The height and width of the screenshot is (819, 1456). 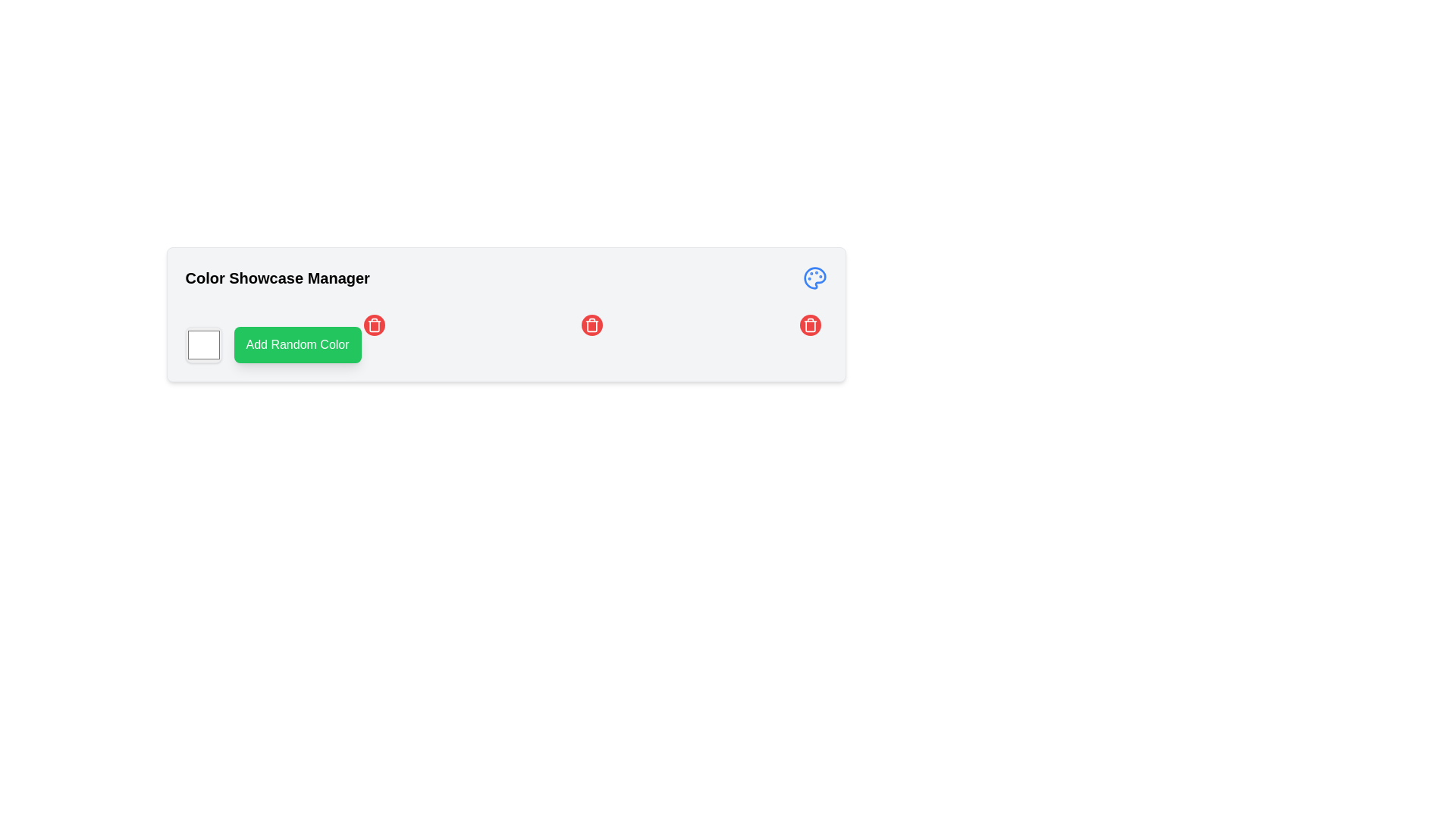 I want to click on the red circular button with a white trash can icon, so click(x=591, y=324).